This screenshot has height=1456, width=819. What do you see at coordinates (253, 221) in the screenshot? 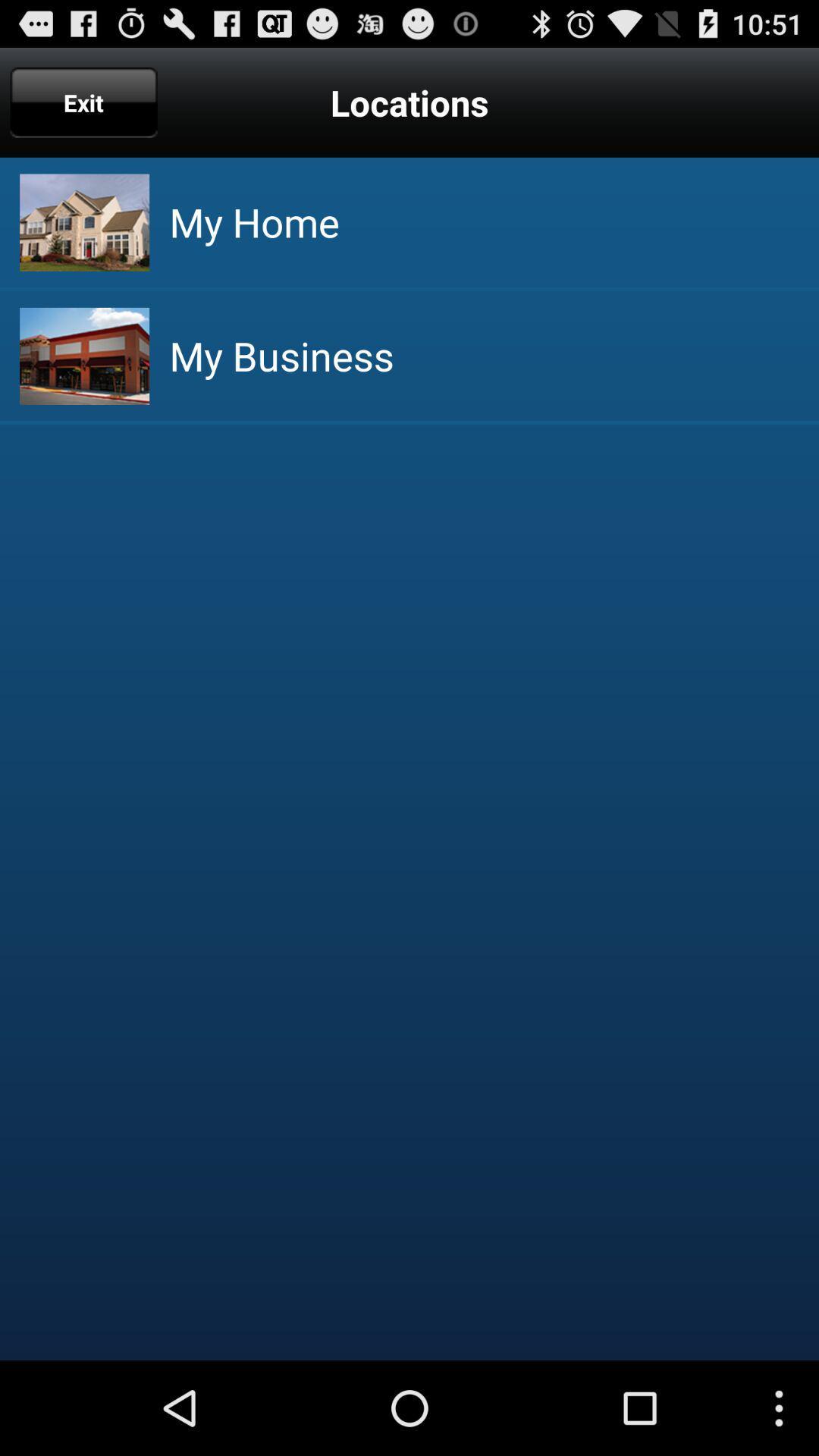
I see `the my home icon` at bounding box center [253, 221].